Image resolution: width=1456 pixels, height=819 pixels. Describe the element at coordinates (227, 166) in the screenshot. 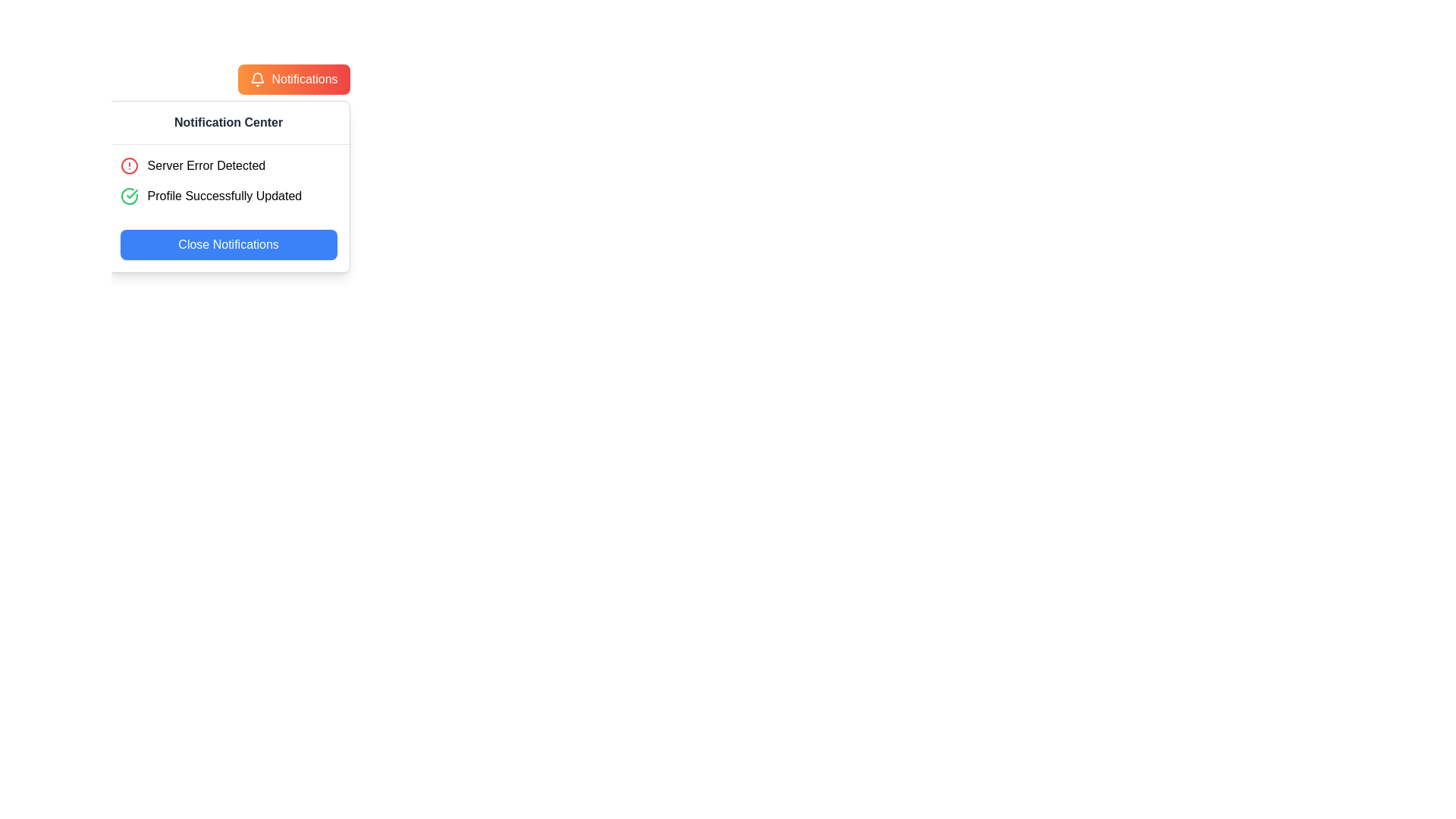

I see `text of the Notification Item displaying 'Server Error Detected', which is a horizontal bar with a red alert icon on the left` at that location.